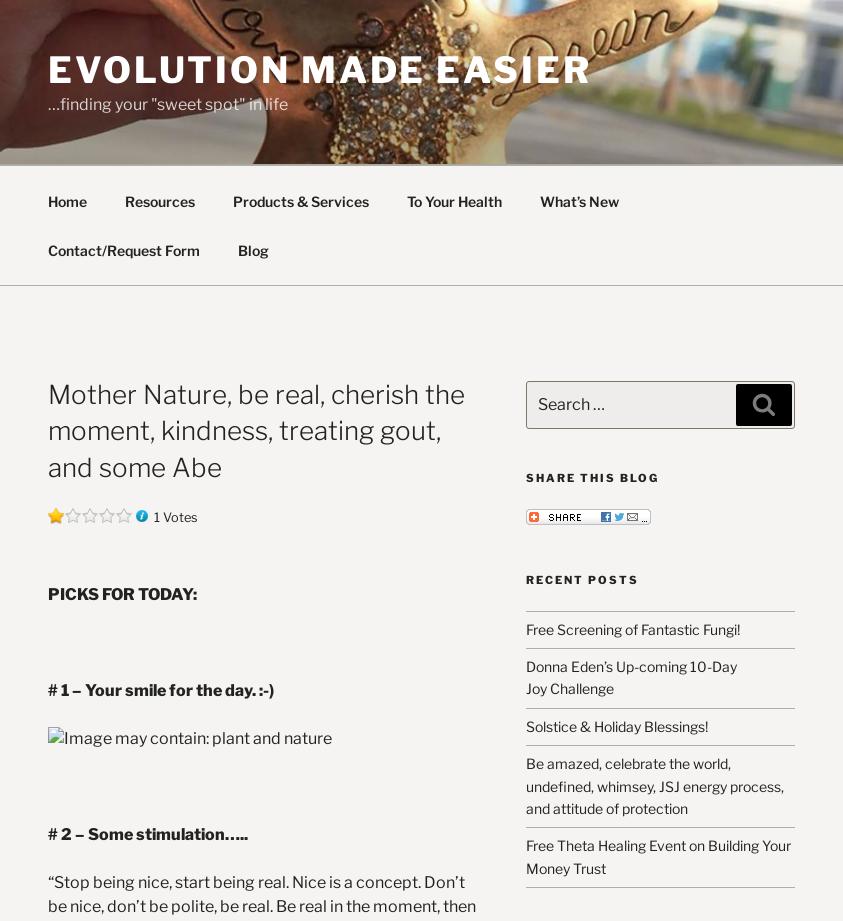 Image resolution: width=843 pixels, height=921 pixels. Describe the element at coordinates (236, 248) in the screenshot. I see `'Blog'` at that location.